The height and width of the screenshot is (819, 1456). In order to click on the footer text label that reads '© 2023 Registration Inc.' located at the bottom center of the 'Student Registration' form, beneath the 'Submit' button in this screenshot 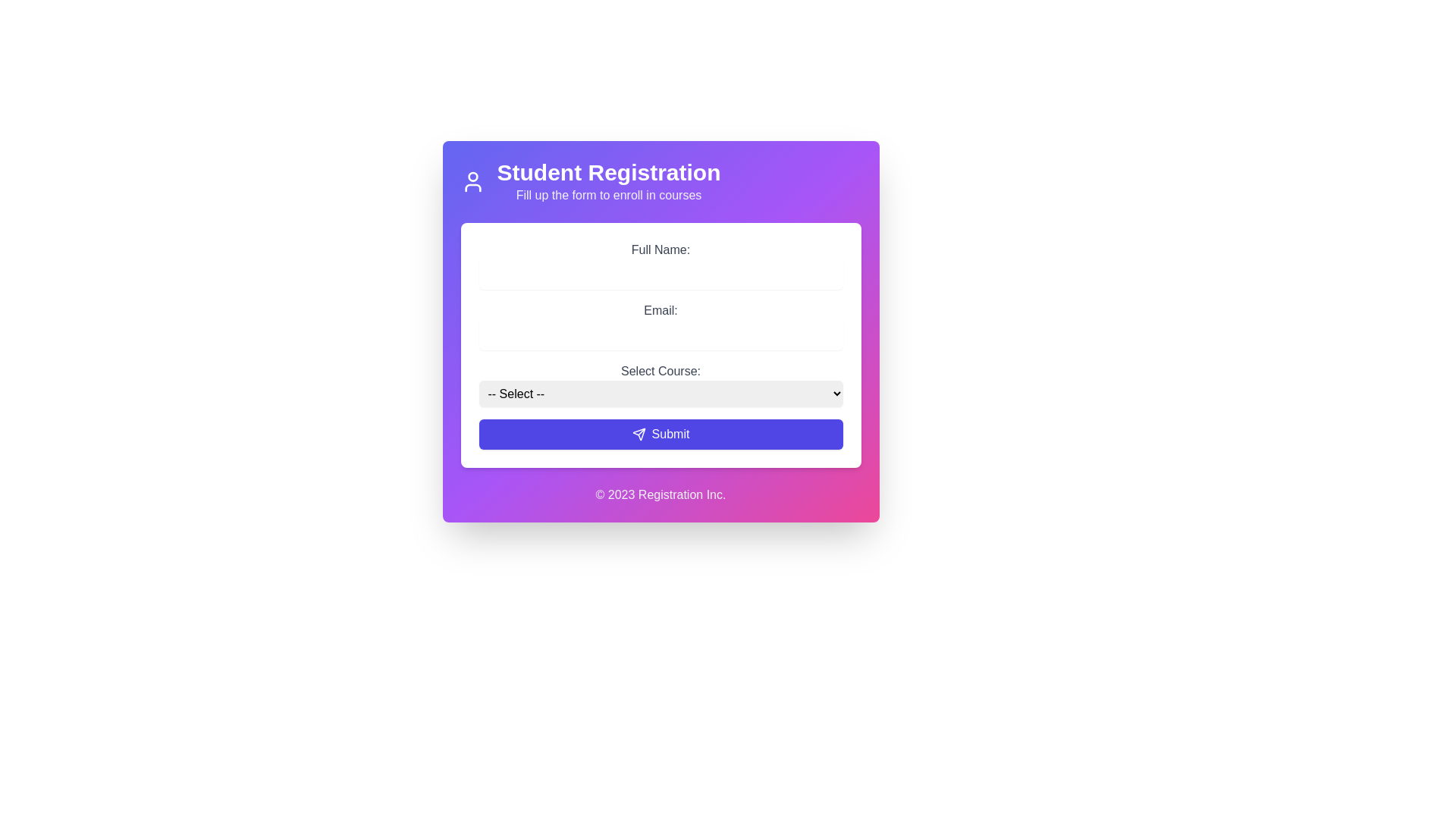, I will do `click(661, 485)`.